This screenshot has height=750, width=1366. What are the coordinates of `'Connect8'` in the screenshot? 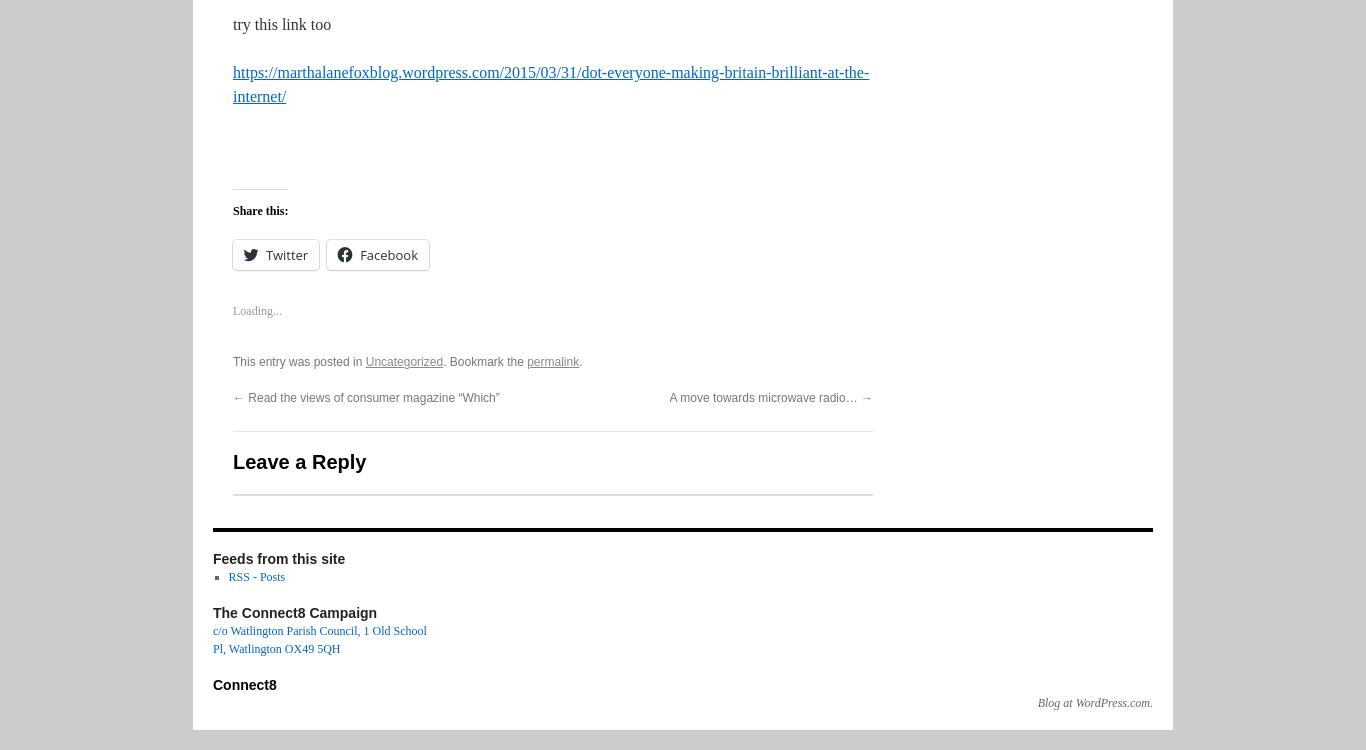 It's located at (244, 684).